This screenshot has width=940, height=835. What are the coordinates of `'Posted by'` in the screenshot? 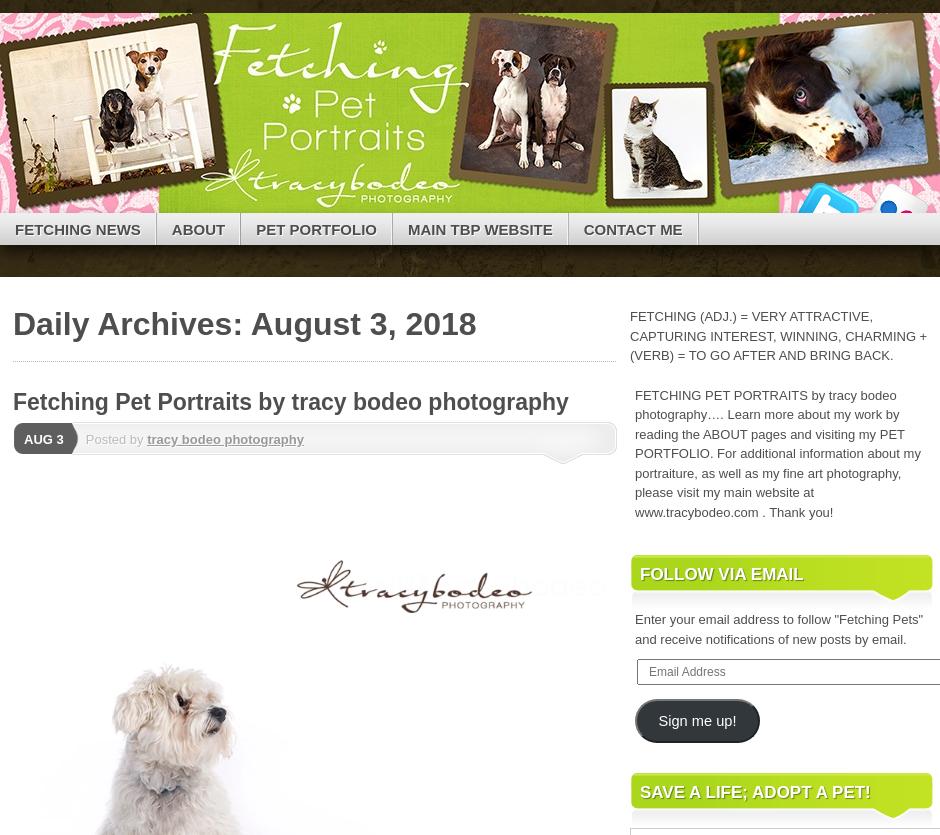 It's located at (115, 438).